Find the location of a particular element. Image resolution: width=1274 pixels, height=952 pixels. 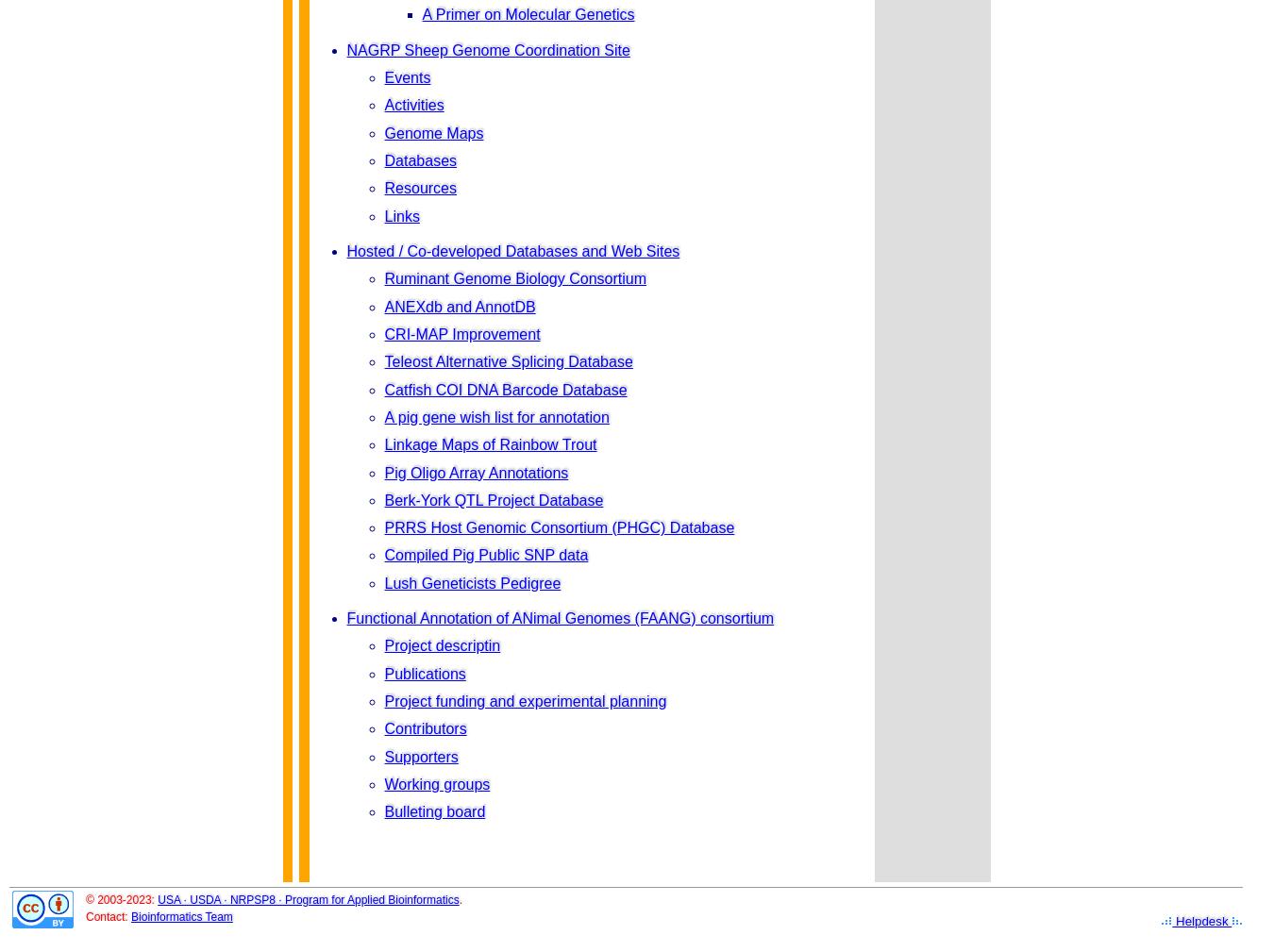

'Links' is located at coordinates (401, 214).